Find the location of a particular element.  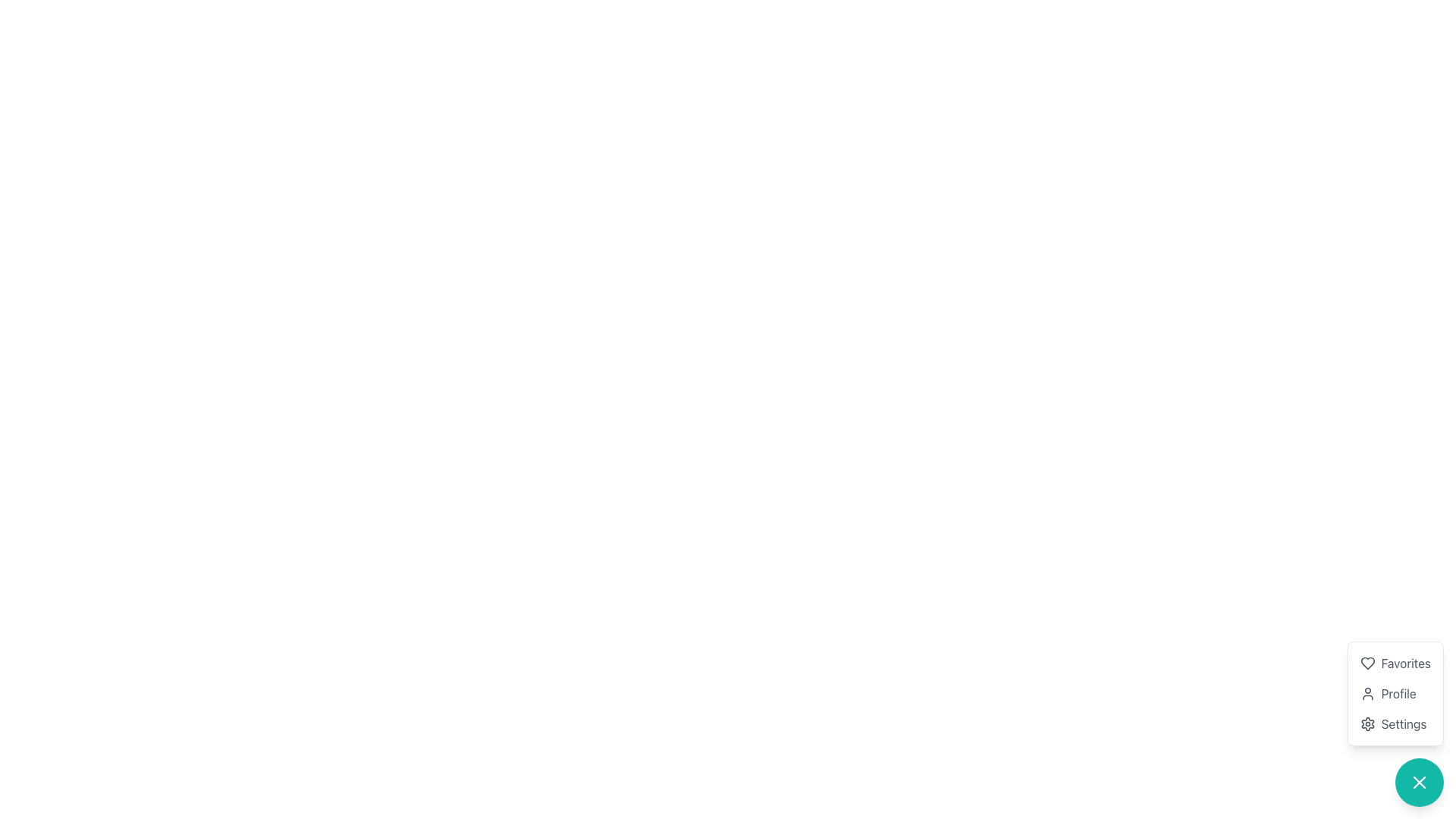

the circular teal button with a white 'X' icon located at the bottom right corner of the interface to trigger the scaling effect is located at coordinates (1419, 783).